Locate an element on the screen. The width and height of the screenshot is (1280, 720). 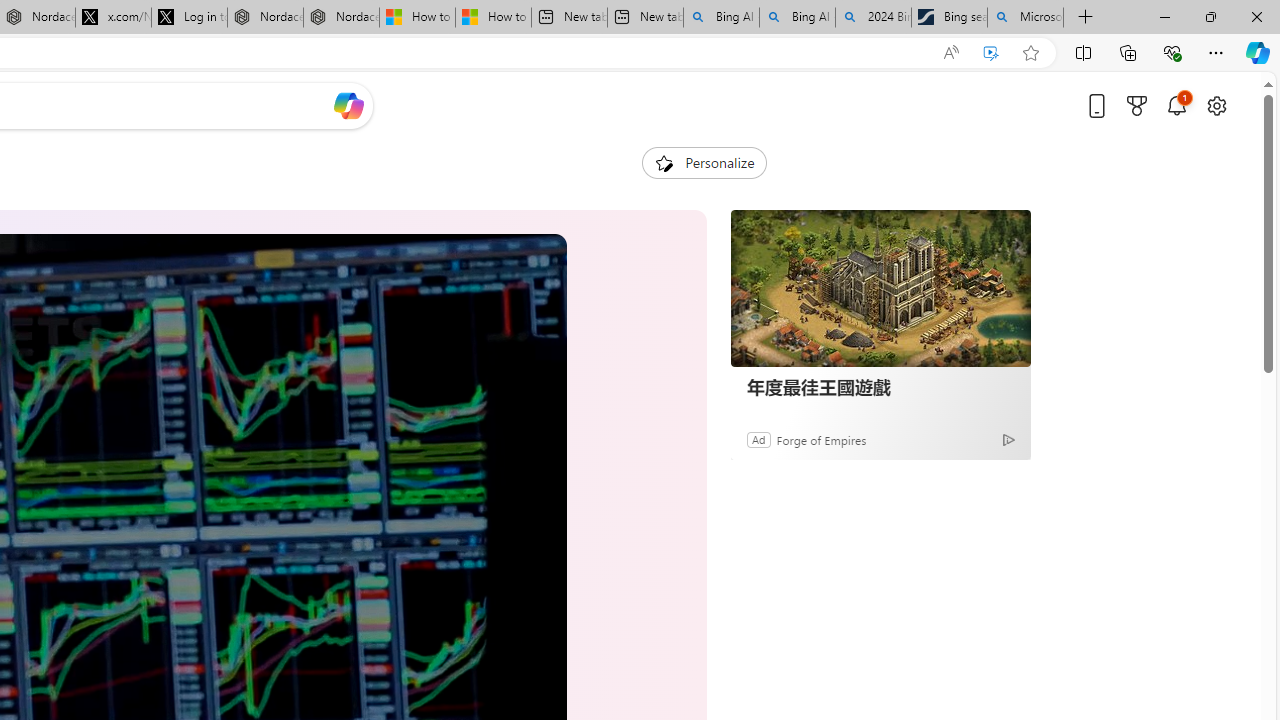
'Read aloud this page (Ctrl+Shift+U)' is located at coordinates (950, 52).